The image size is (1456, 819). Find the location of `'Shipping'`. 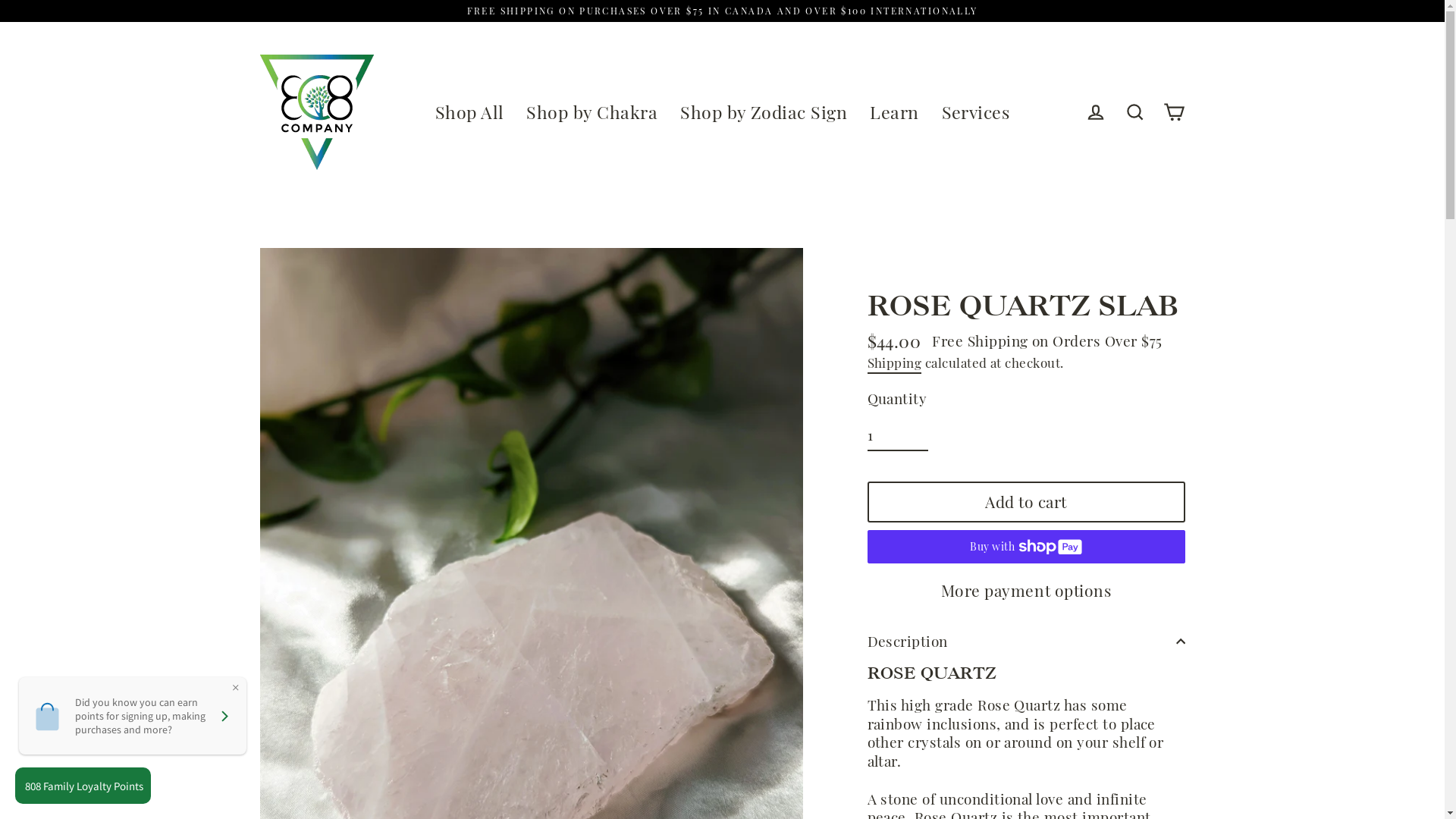

'Shipping' is located at coordinates (867, 363).